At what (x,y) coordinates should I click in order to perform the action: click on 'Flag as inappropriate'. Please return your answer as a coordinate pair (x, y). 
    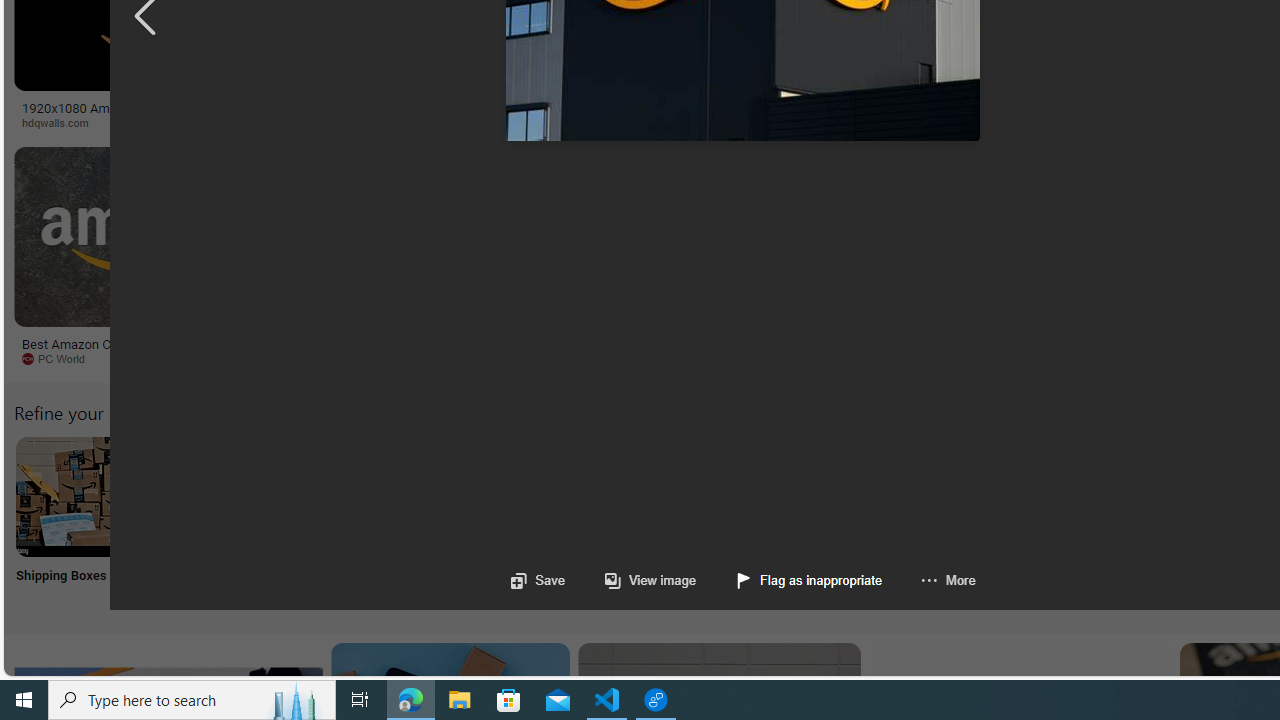
    Looking at the image, I should click on (809, 580).